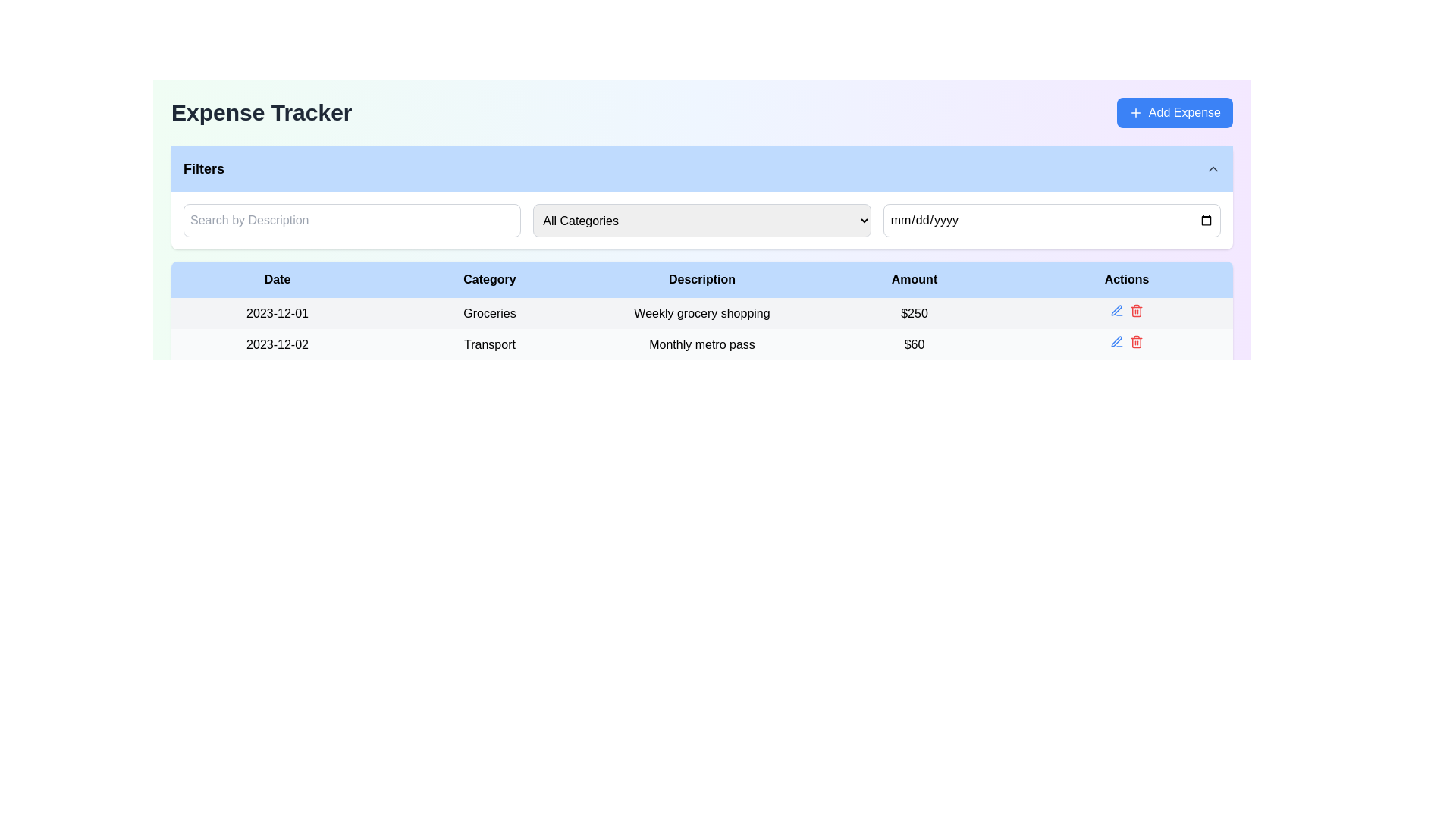 The width and height of the screenshot is (1456, 819). I want to click on the first cell in the 'Date' column displaying the date '2023-12-01' in a tabular layout with a light gray background, so click(277, 312).